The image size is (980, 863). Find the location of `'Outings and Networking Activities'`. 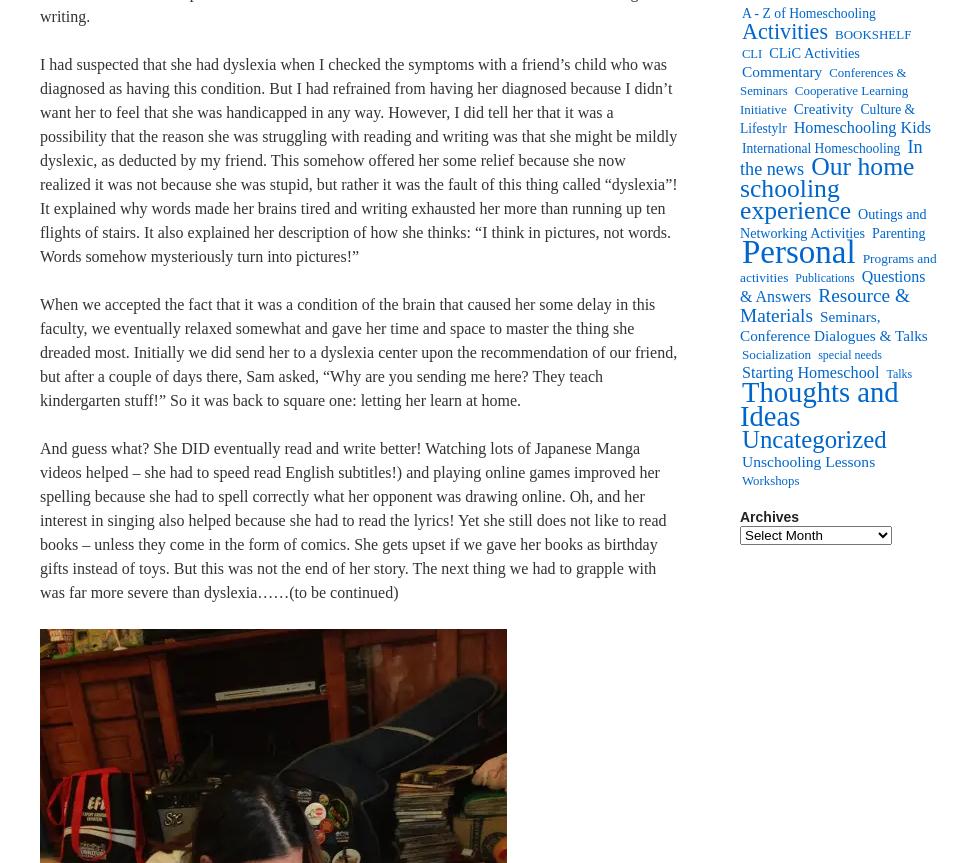

'Outings and Networking Activities' is located at coordinates (739, 223).